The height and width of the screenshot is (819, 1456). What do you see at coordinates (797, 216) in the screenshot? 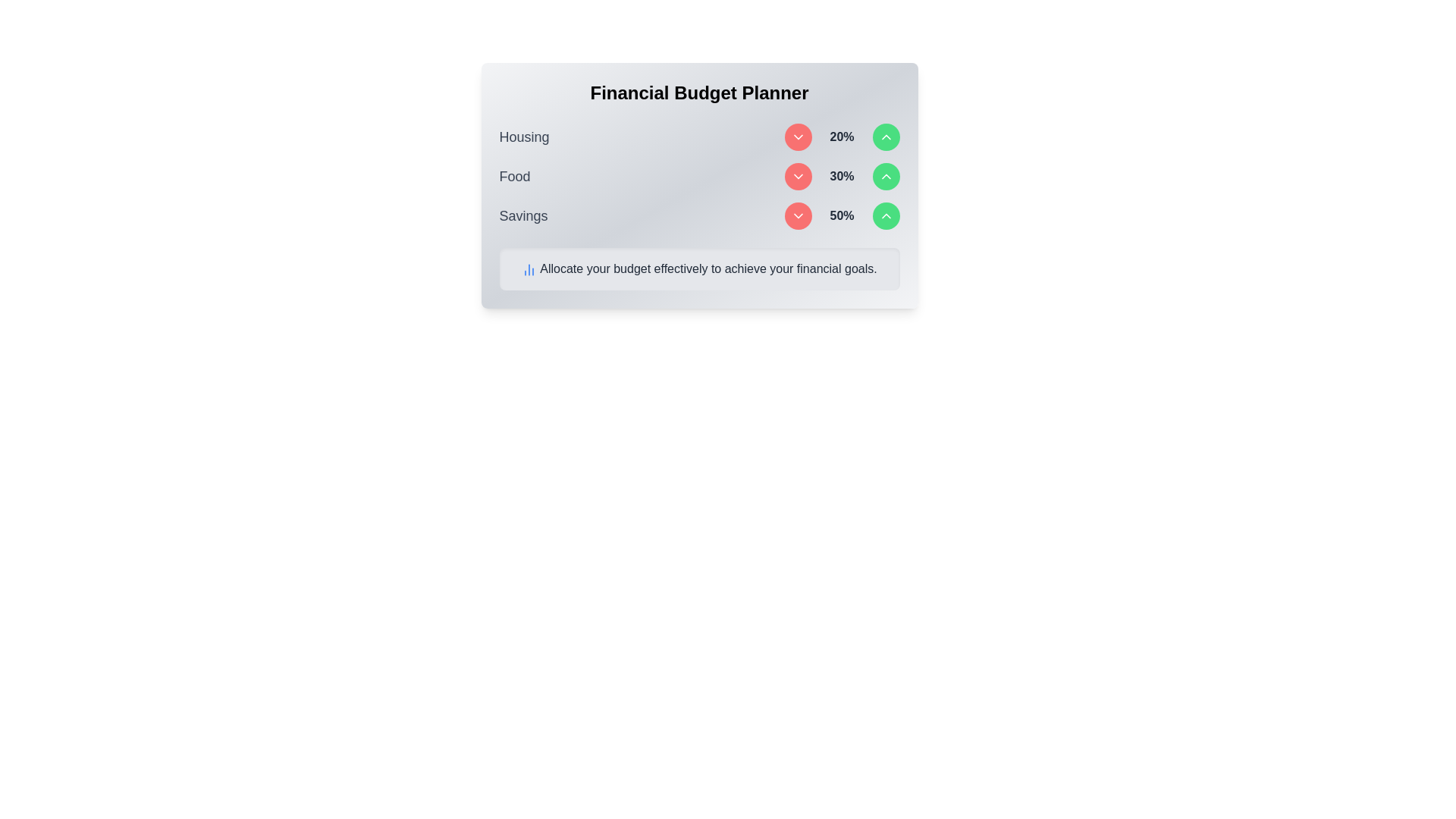
I see `the circular button with a red background featuring a white downward chevron in the Savings row of the Financial Budget Planner interface to change its background color` at bounding box center [797, 216].